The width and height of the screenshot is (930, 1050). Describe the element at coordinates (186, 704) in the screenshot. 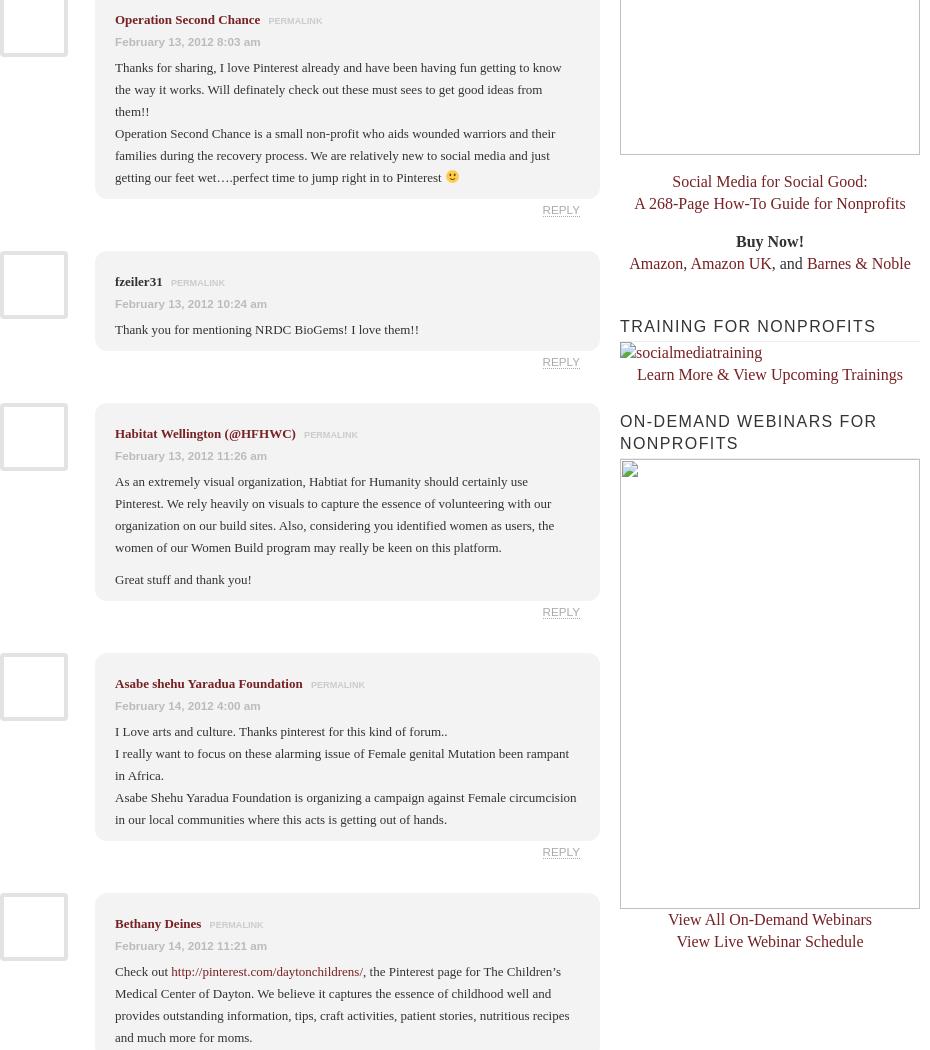

I see `'February 14, 2012 4:00 am'` at that location.